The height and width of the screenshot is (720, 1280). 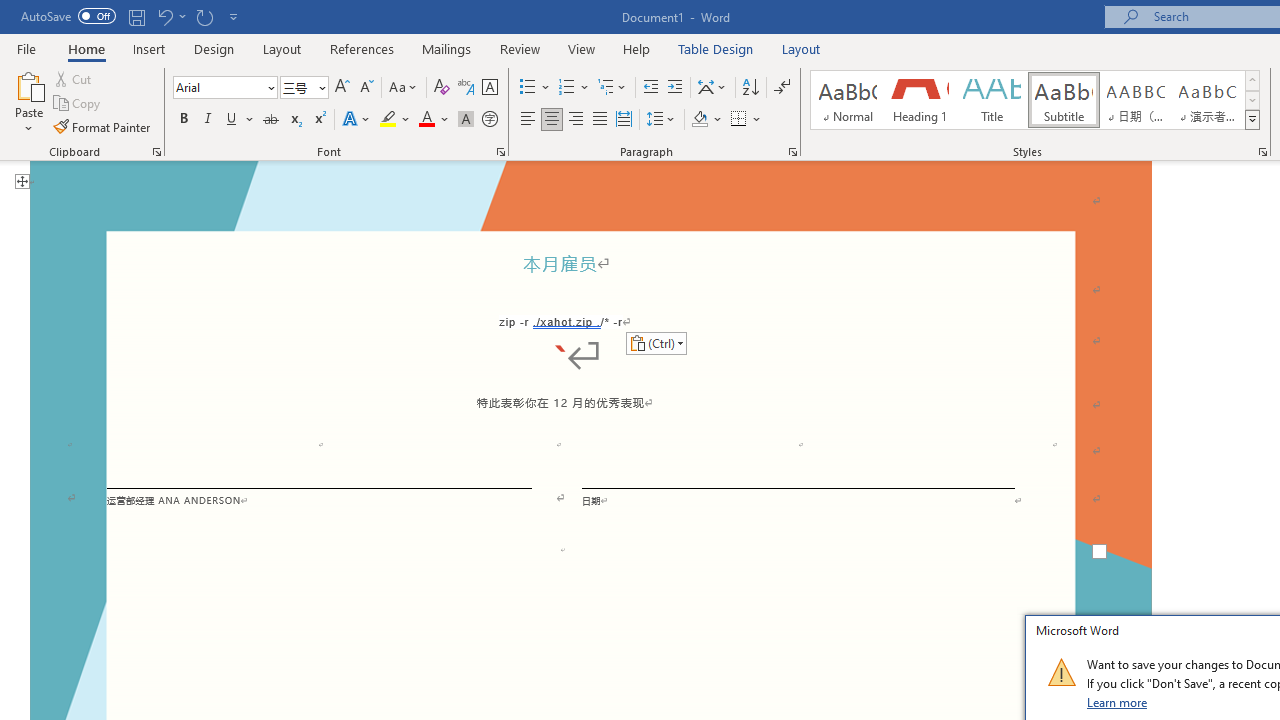 What do you see at coordinates (1117, 701) in the screenshot?
I see `'Learn more'` at bounding box center [1117, 701].